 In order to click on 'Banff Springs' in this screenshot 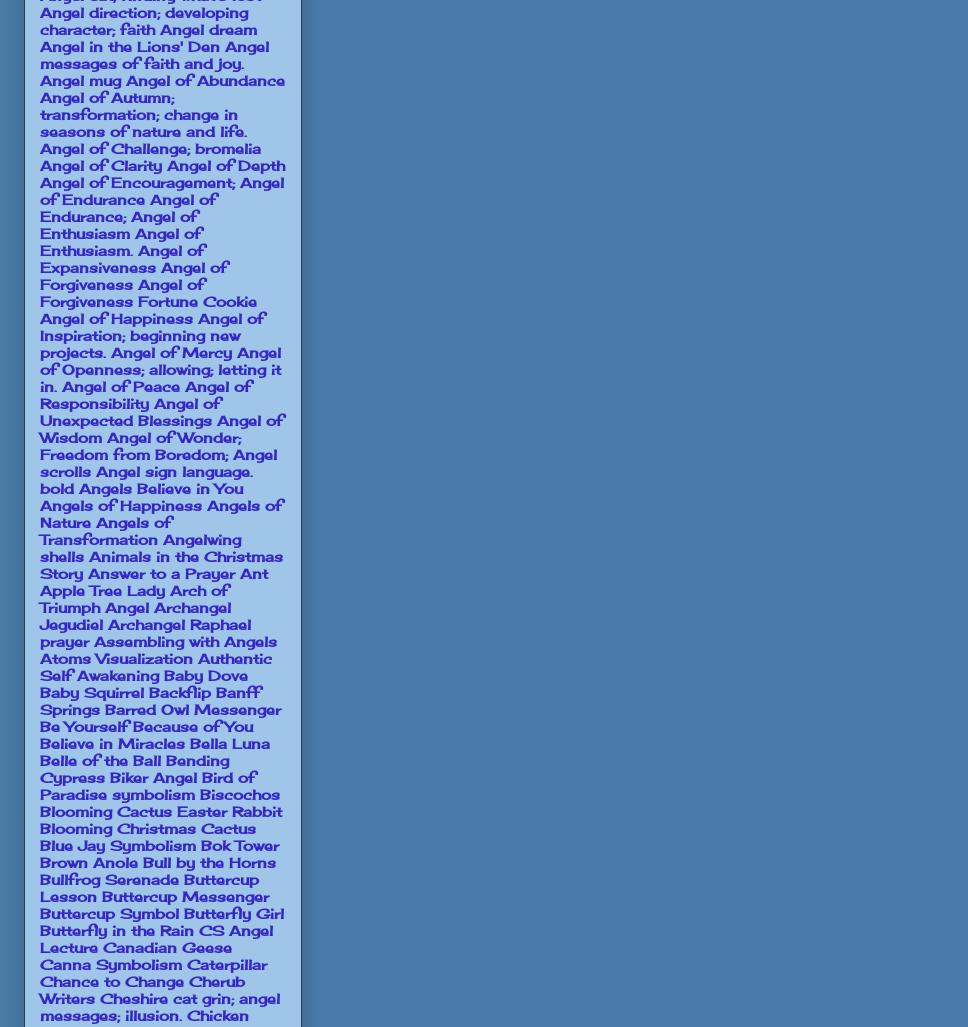, I will do `click(149, 700)`.